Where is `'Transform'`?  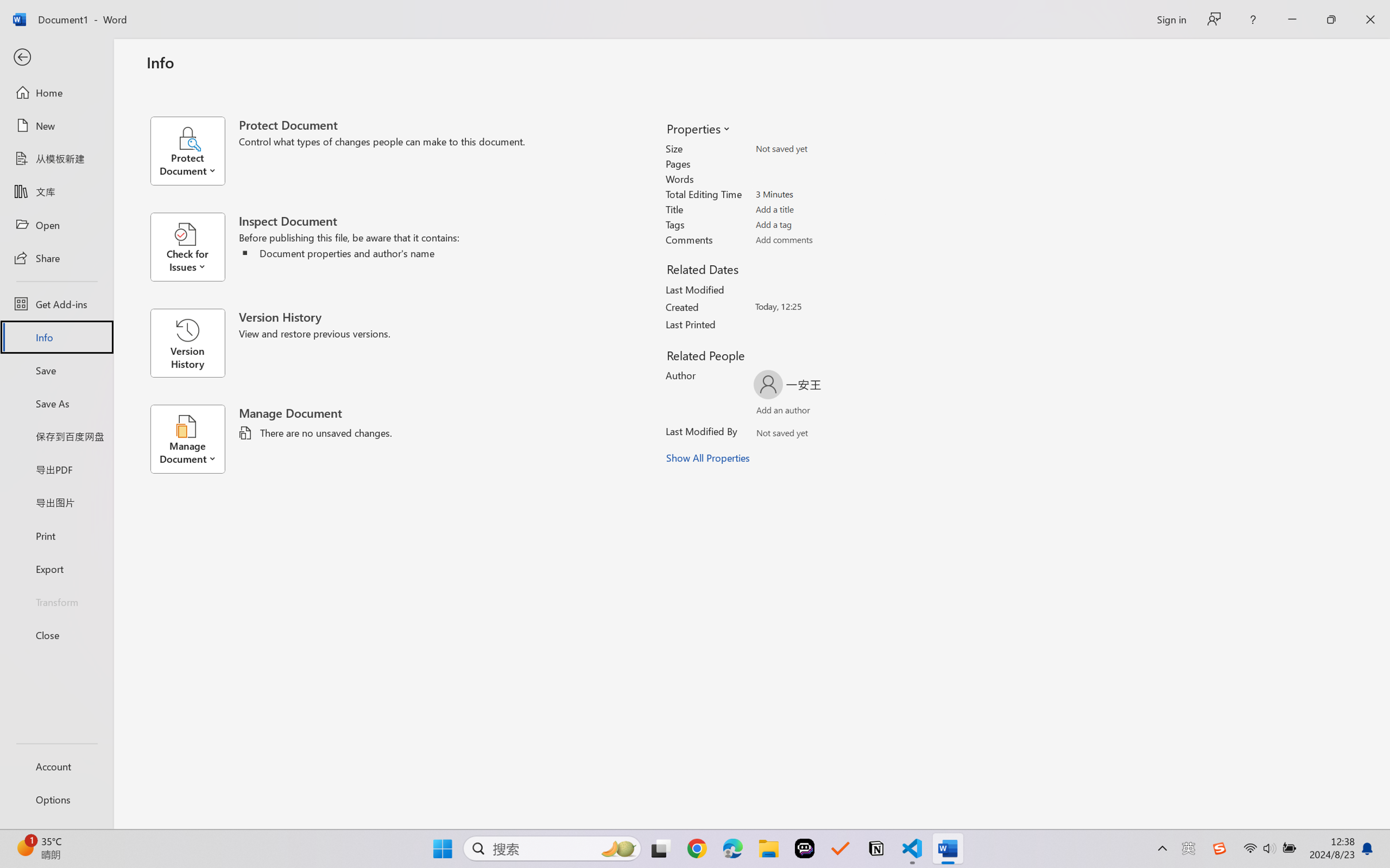
'Transform' is located at coordinates (56, 600).